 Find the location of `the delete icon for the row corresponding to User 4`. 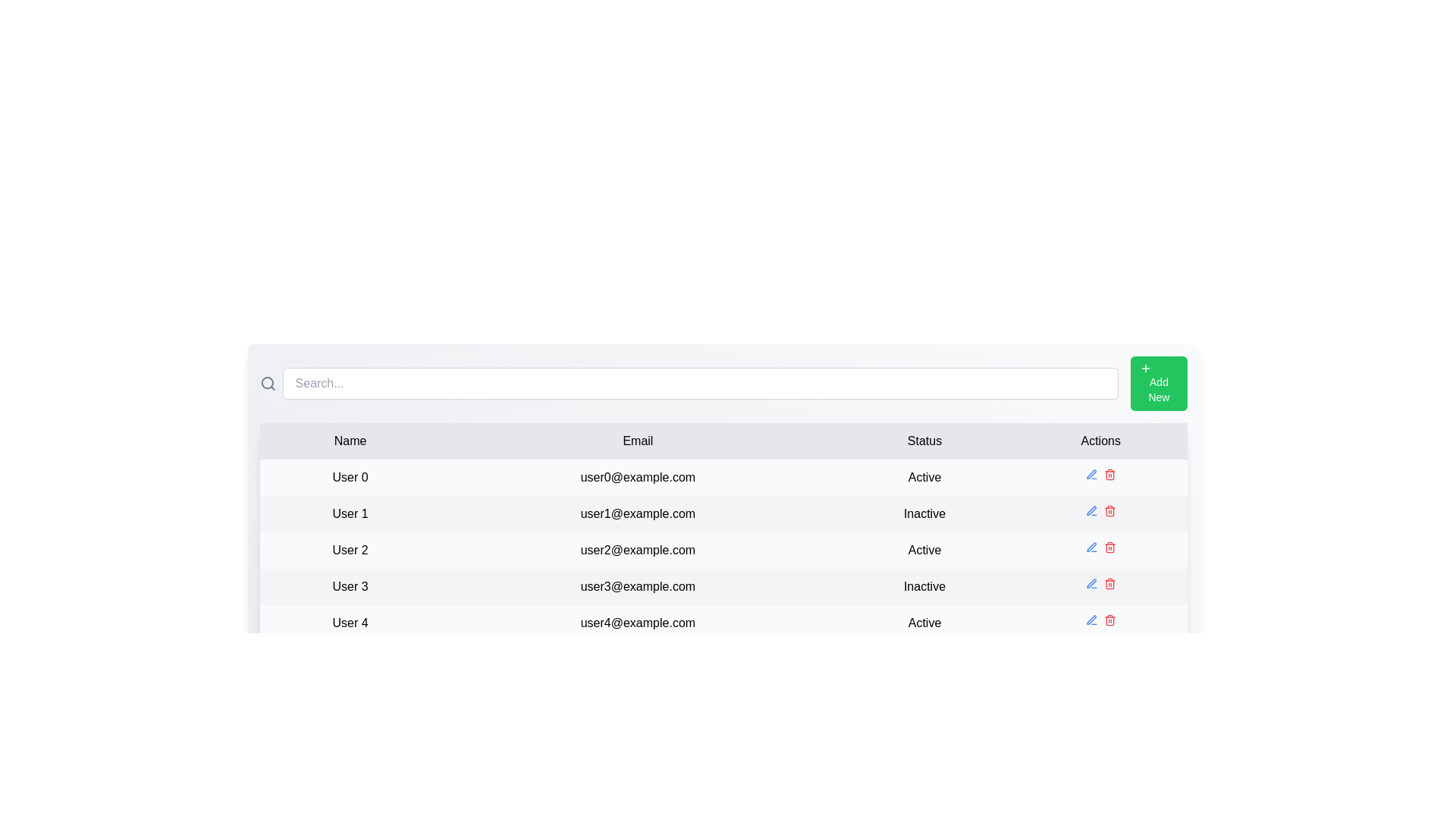

the delete icon for the row corresponding to User 4 is located at coordinates (1109, 620).